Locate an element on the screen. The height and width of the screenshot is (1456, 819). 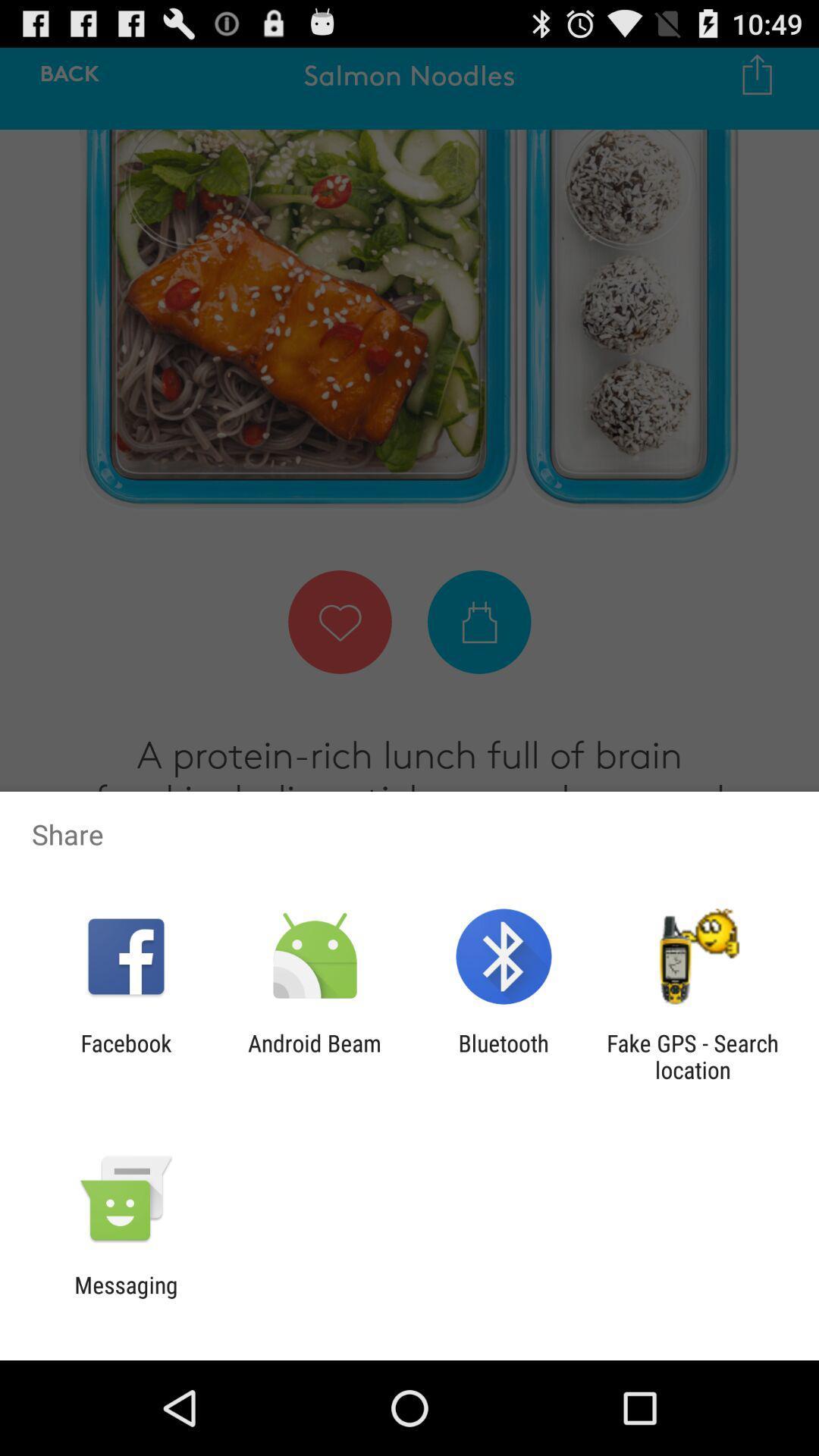
item next to bluetooth icon is located at coordinates (692, 1056).